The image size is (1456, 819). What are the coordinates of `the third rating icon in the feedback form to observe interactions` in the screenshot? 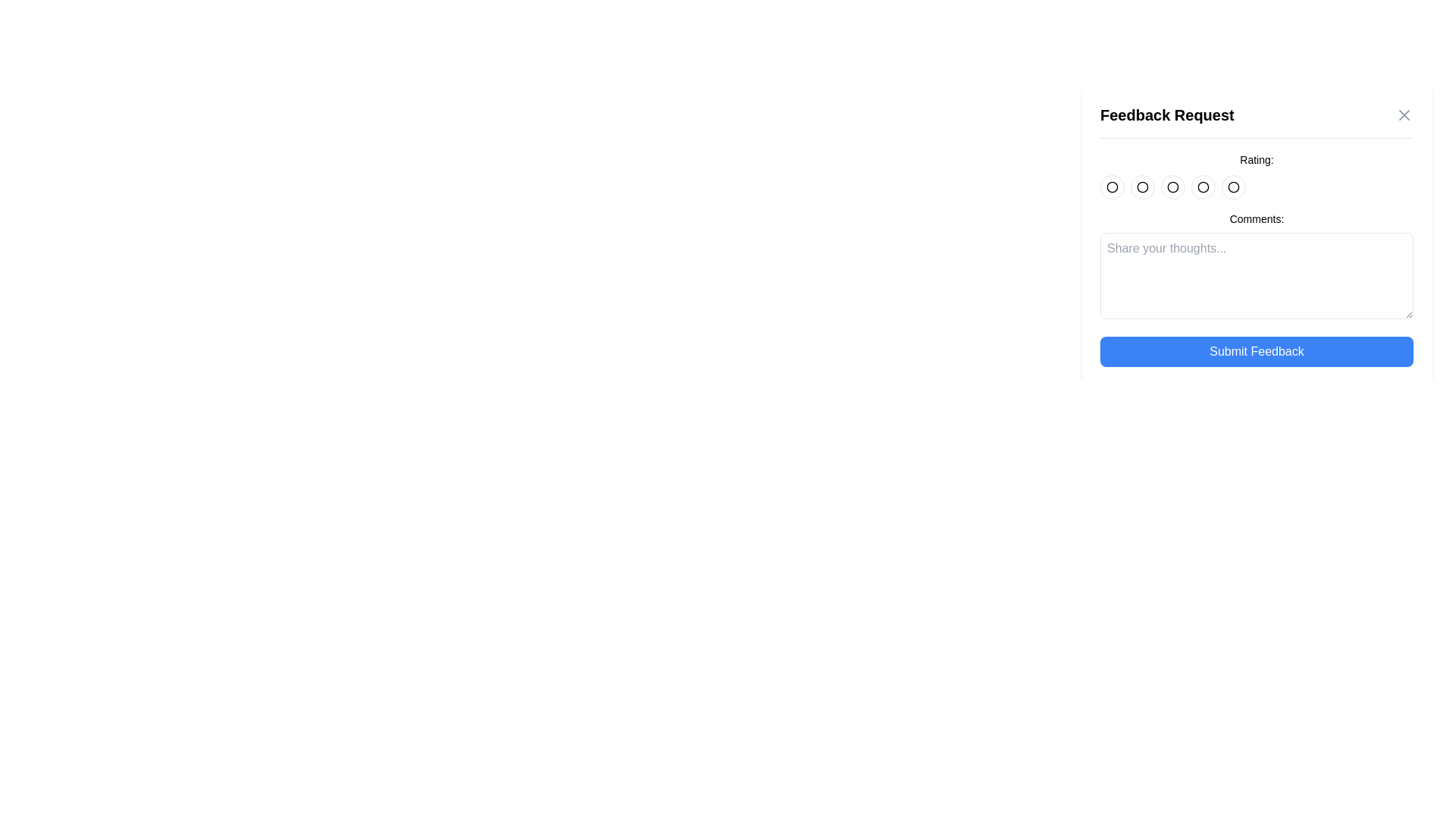 It's located at (1172, 186).